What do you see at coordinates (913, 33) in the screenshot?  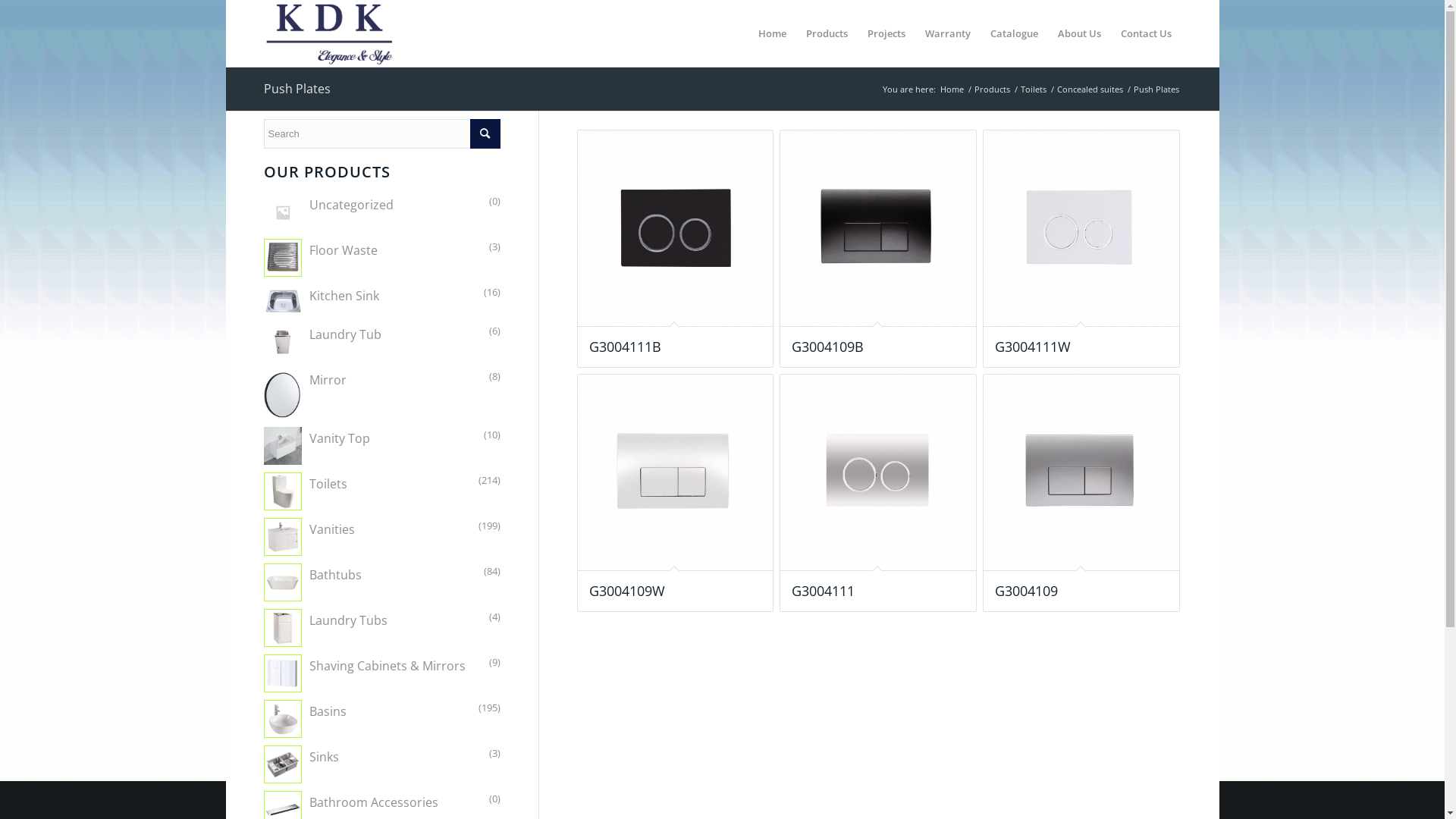 I see `'Warranty'` at bounding box center [913, 33].